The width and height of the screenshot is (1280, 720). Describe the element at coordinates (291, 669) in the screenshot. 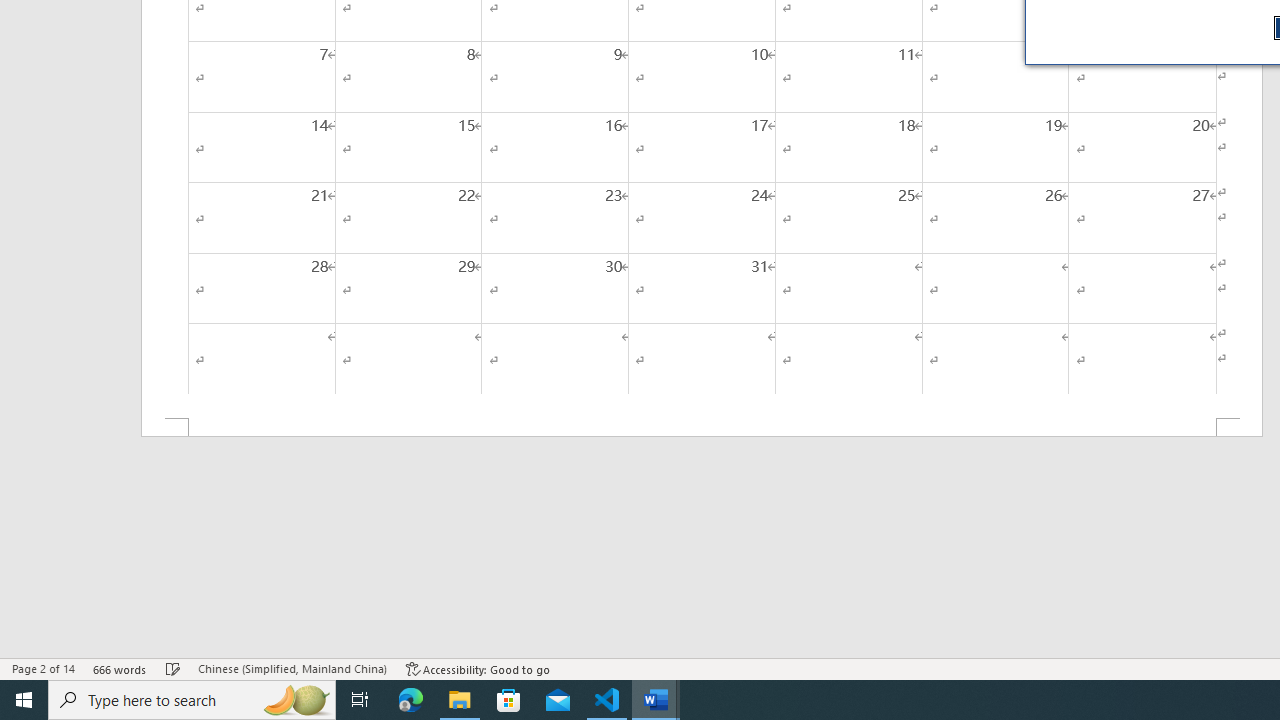

I see `'Language Chinese (Simplified, Mainland China)'` at that location.